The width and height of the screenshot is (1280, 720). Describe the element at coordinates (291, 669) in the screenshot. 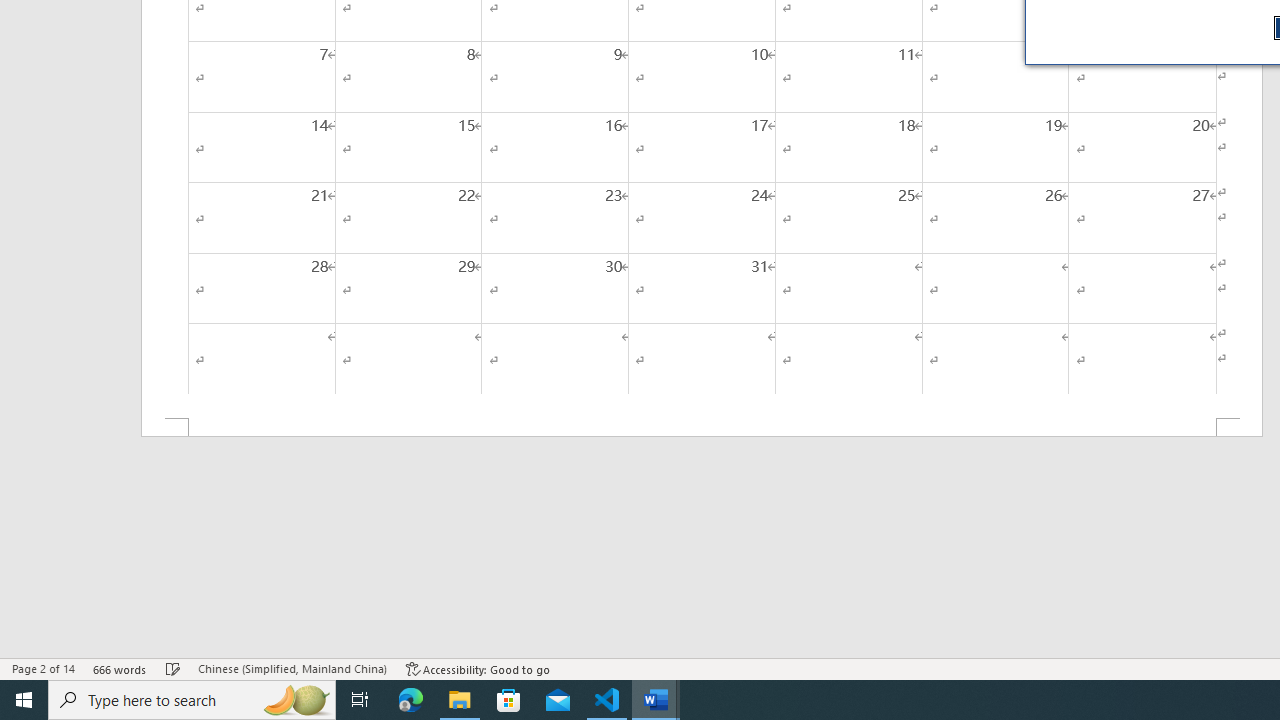

I see `'Language Chinese (Simplified, Mainland China)'` at that location.